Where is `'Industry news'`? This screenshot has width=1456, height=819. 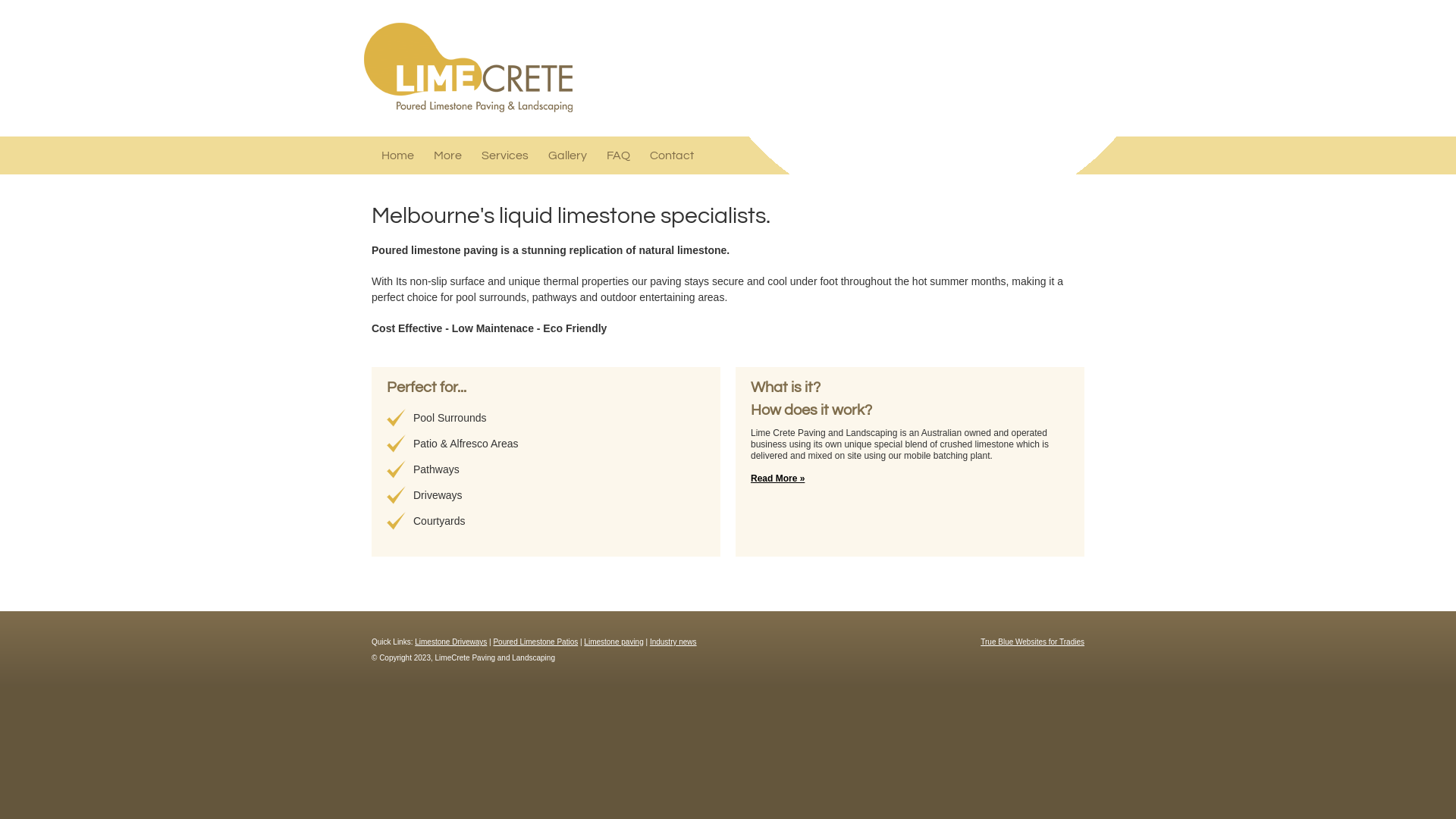
'Industry news' is located at coordinates (673, 642).